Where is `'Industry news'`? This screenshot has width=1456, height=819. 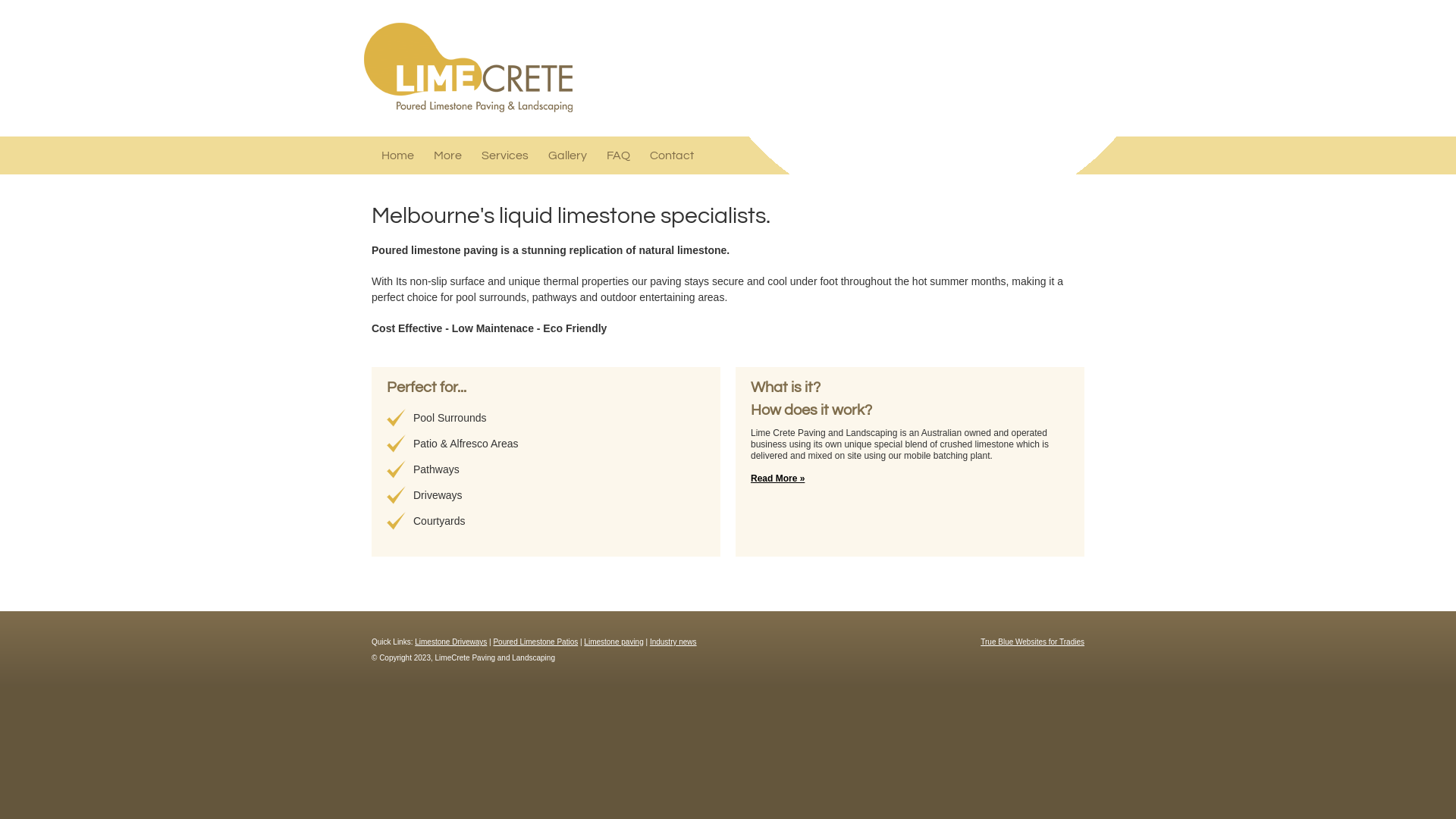
'Industry news' is located at coordinates (673, 642).